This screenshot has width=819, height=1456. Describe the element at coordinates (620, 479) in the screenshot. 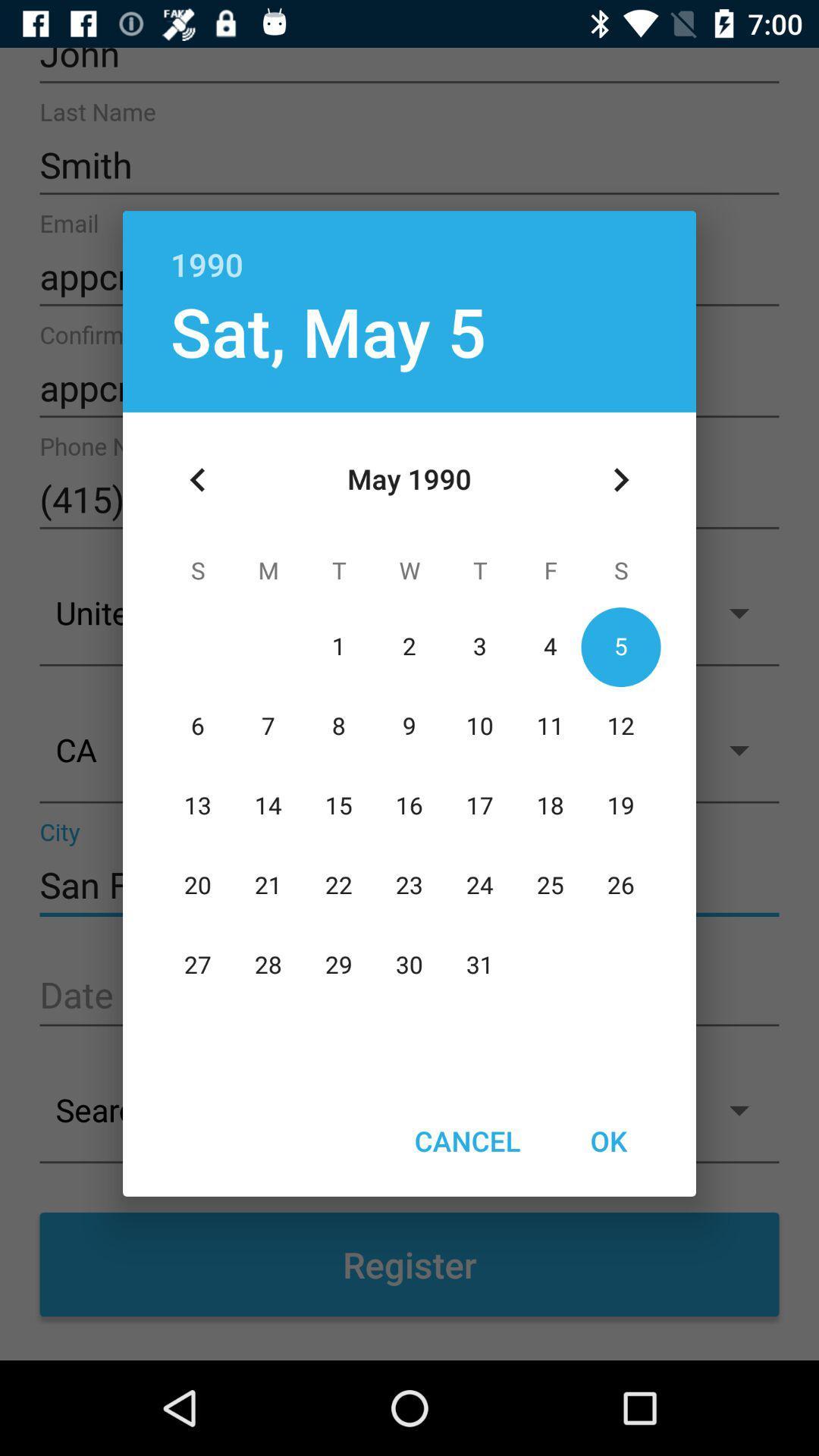

I see `the icon above ok` at that location.